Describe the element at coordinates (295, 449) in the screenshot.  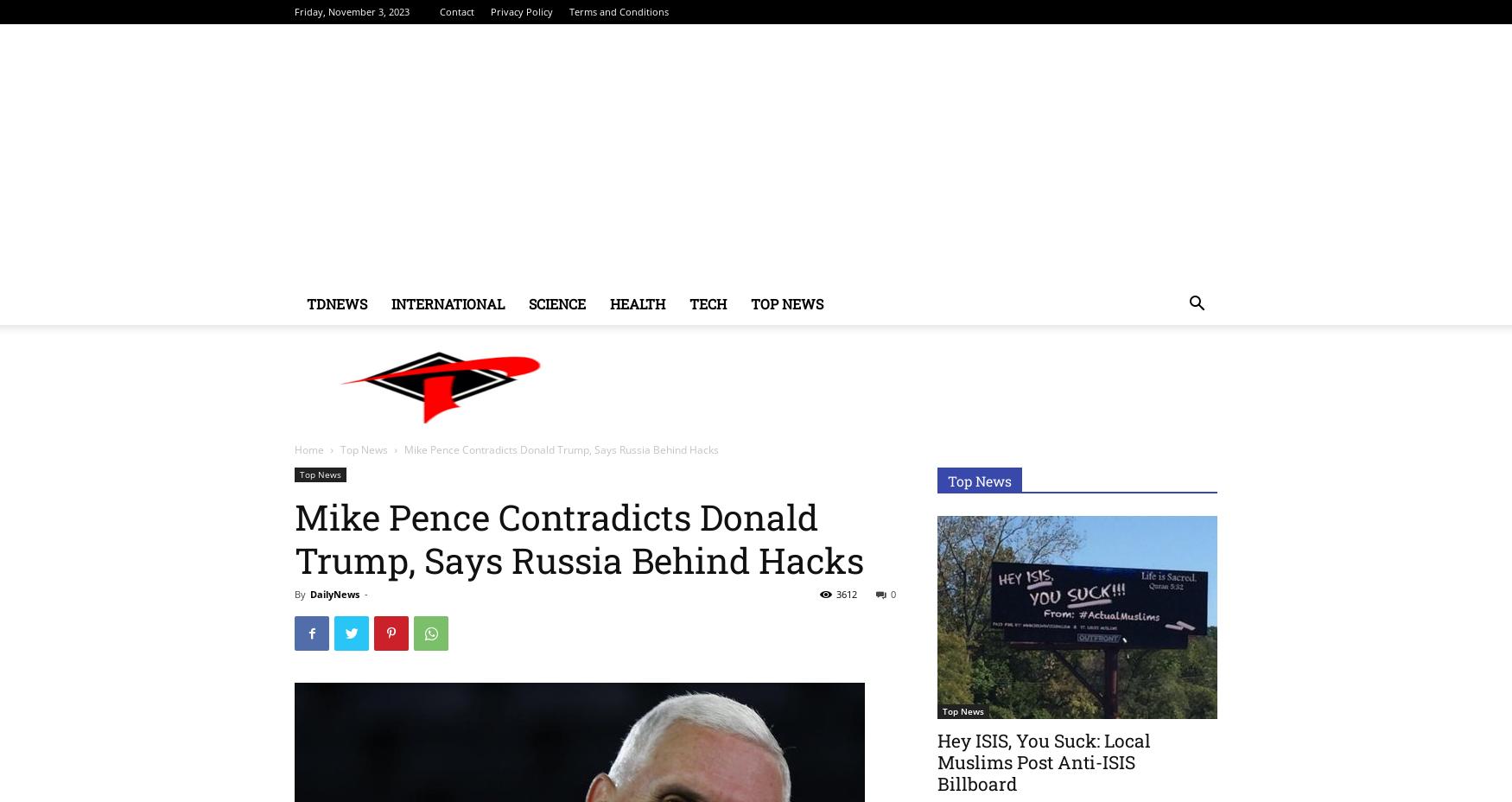
I see `'Home'` at that location.